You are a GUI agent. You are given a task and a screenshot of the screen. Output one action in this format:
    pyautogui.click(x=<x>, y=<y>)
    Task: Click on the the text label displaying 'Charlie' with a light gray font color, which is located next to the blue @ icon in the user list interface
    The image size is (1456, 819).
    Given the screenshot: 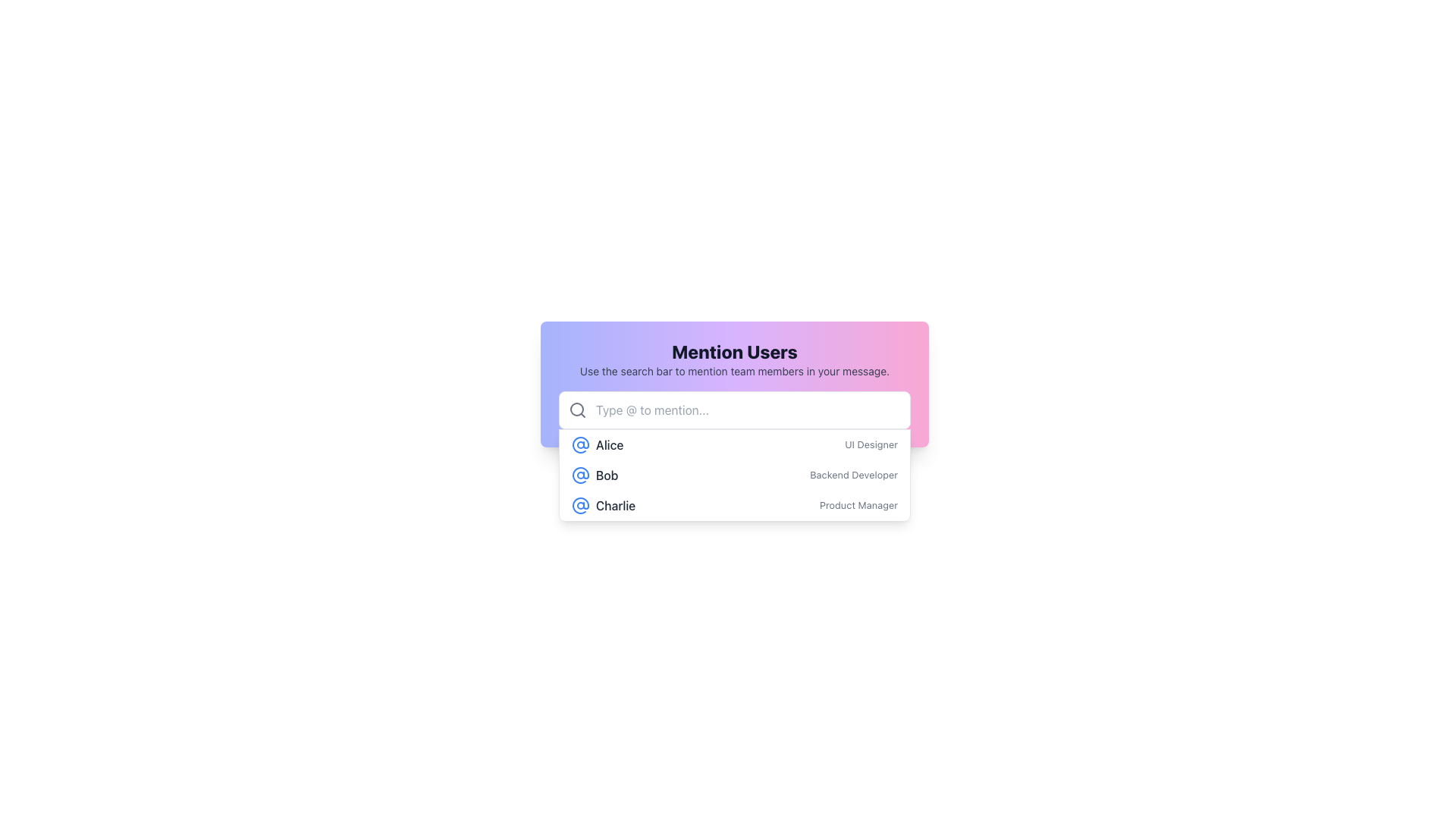 What is the action you would take?
    pyautogui.click(x=603, y=506)
    